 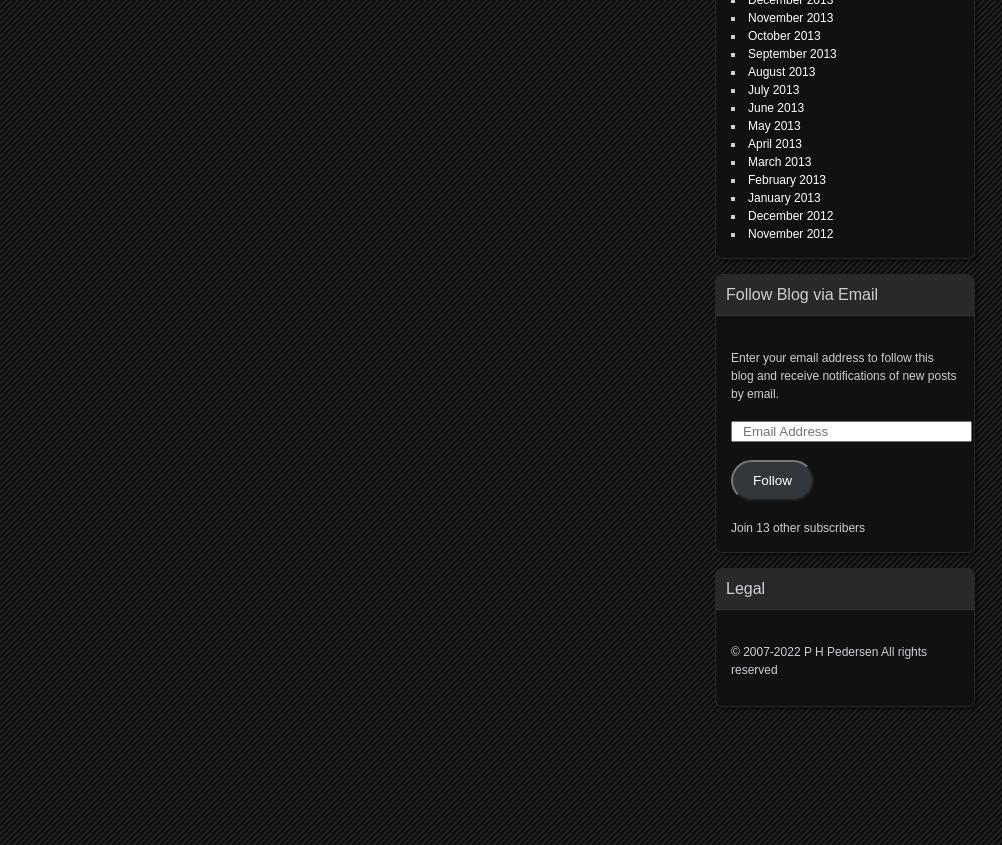 I want to click on 'June 2013', so click(x=775, y=107).